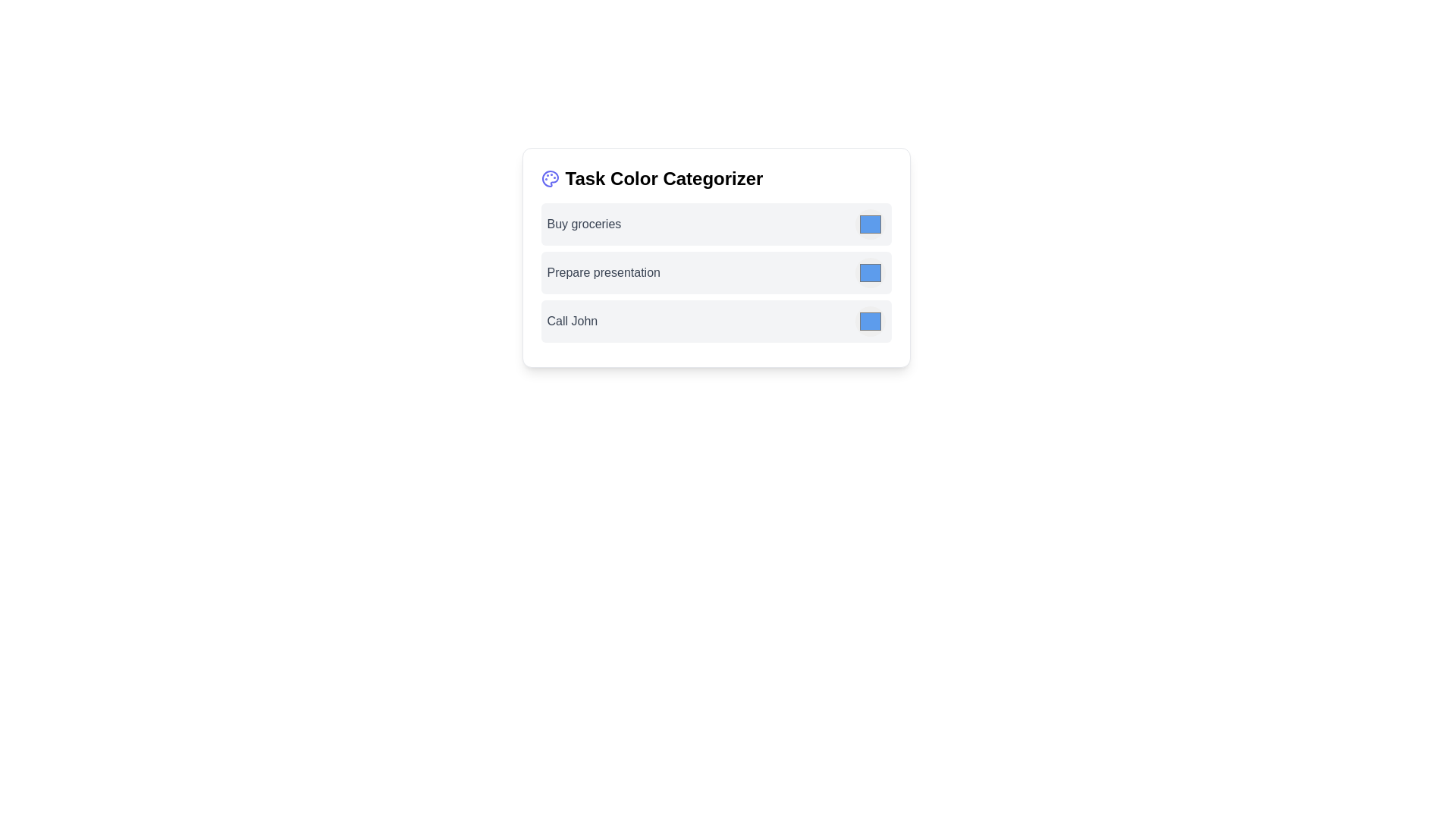 The width and height of the screenshot is (1456, 819). Describe the element at coordinates (583, 224) in the screenshot. I see `the static text element that serves as the title or description of a task item, located near the top of the panel's content area, to the left of a circular color indicator` at that location.